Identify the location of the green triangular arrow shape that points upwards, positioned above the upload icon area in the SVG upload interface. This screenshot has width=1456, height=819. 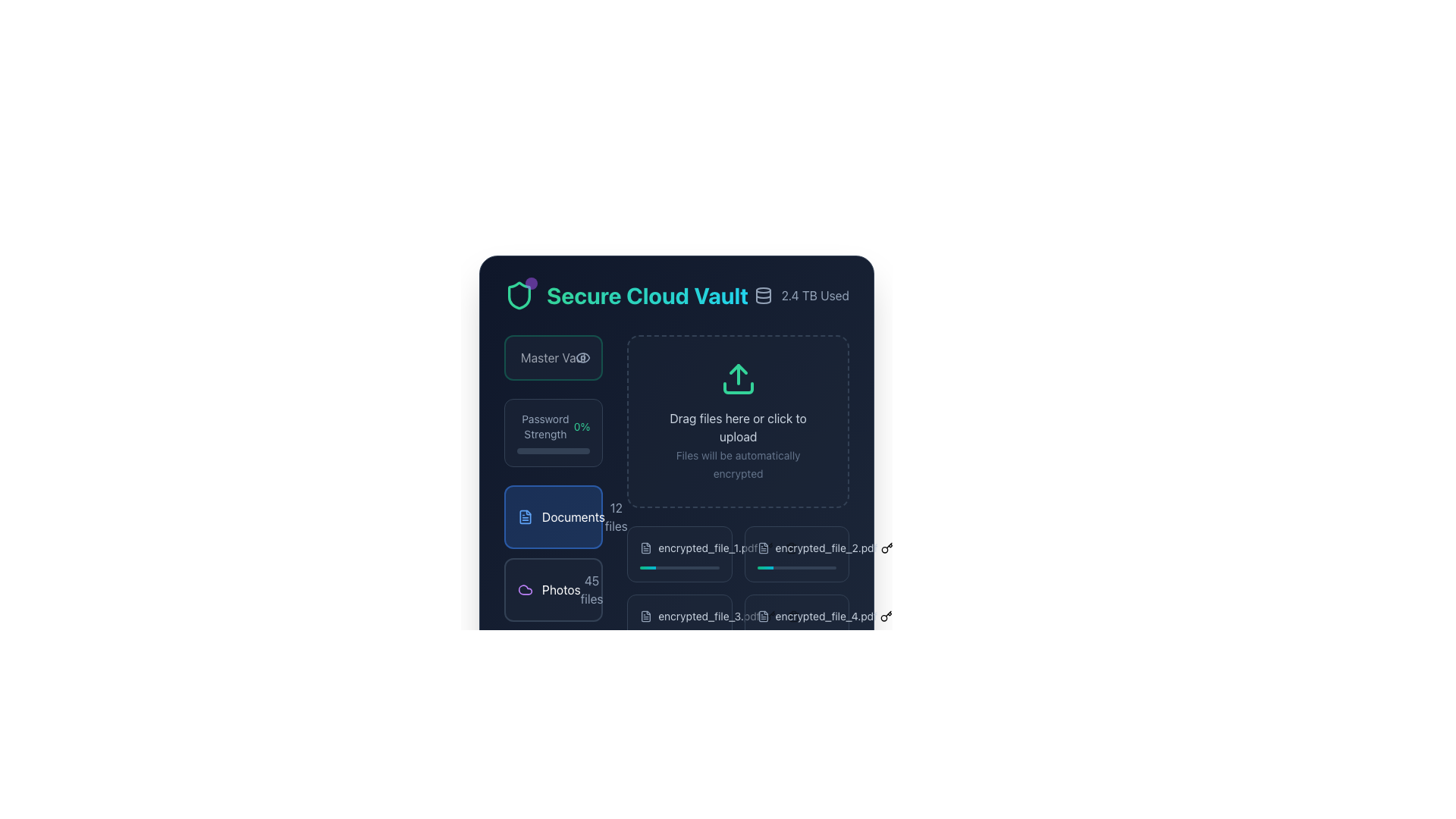
(738, 369).